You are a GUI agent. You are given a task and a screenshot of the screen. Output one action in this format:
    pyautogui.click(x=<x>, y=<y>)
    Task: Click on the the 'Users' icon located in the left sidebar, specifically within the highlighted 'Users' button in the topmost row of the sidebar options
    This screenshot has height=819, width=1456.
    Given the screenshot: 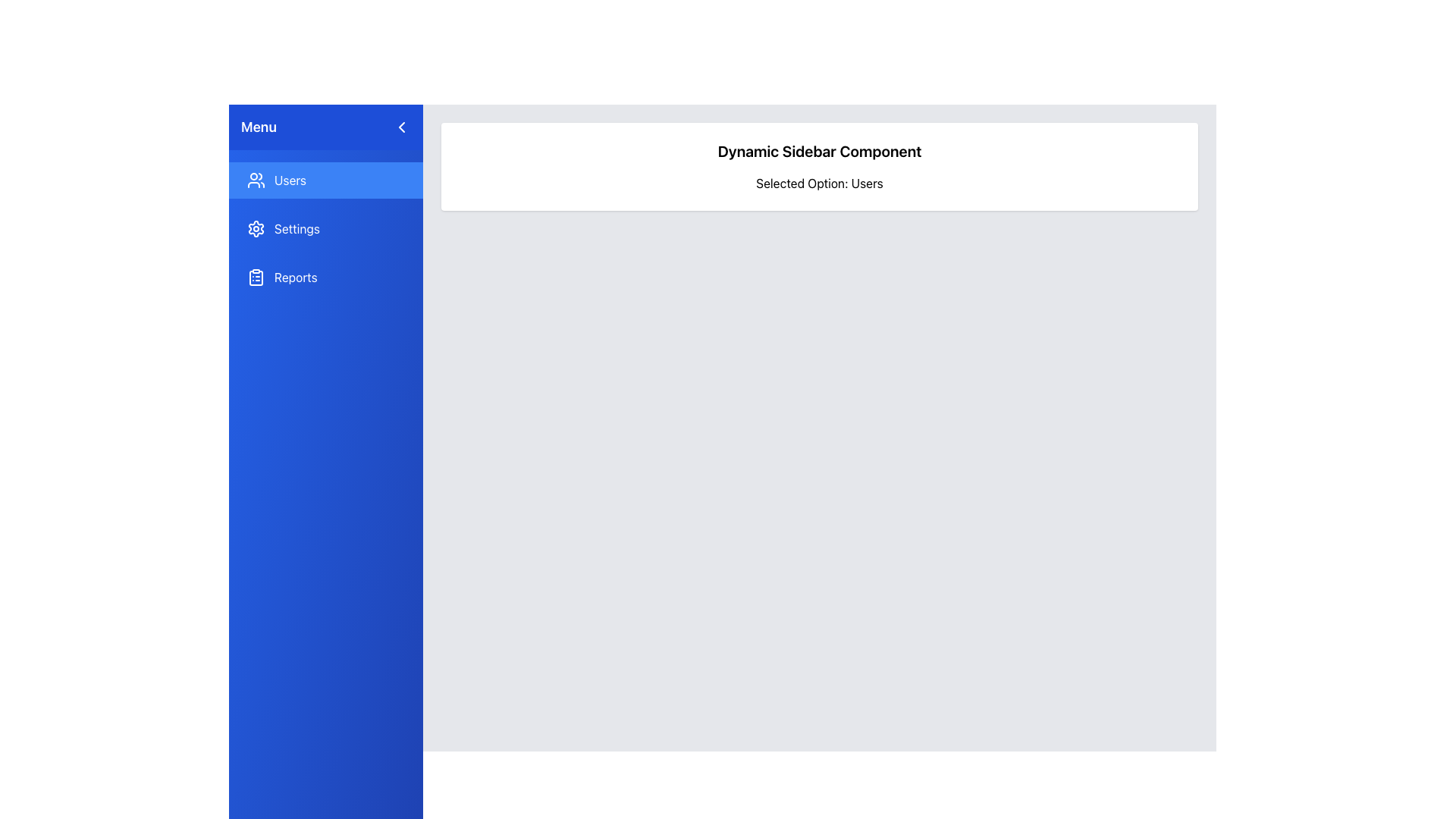 What is the action you would take?
    pyautogui.click(x=256, y=180)
    